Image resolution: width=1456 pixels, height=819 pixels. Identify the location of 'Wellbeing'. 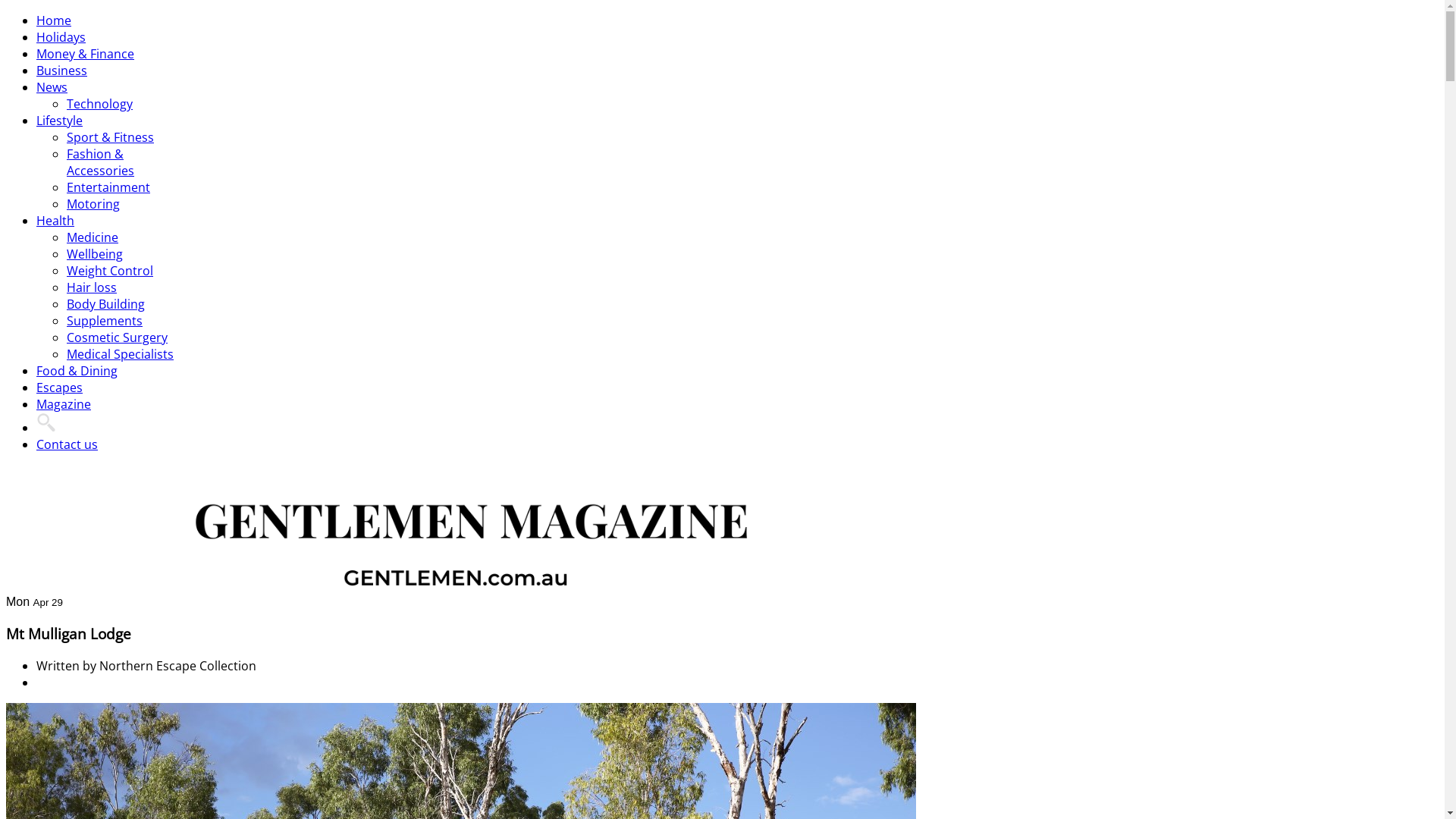
(93, 253).